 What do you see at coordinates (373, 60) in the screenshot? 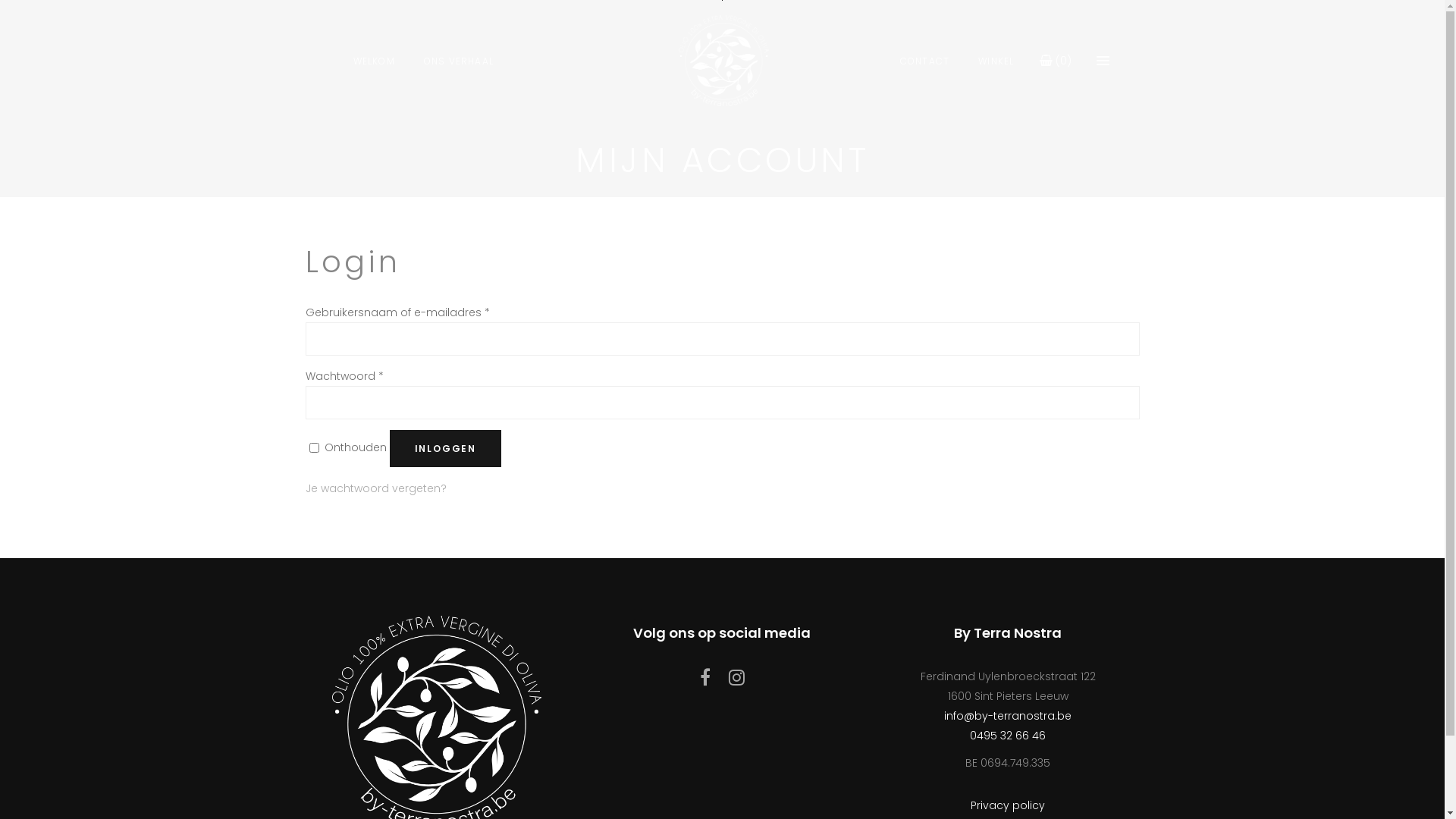
I see `'WELKOM'` at bounding box center [373, 60].